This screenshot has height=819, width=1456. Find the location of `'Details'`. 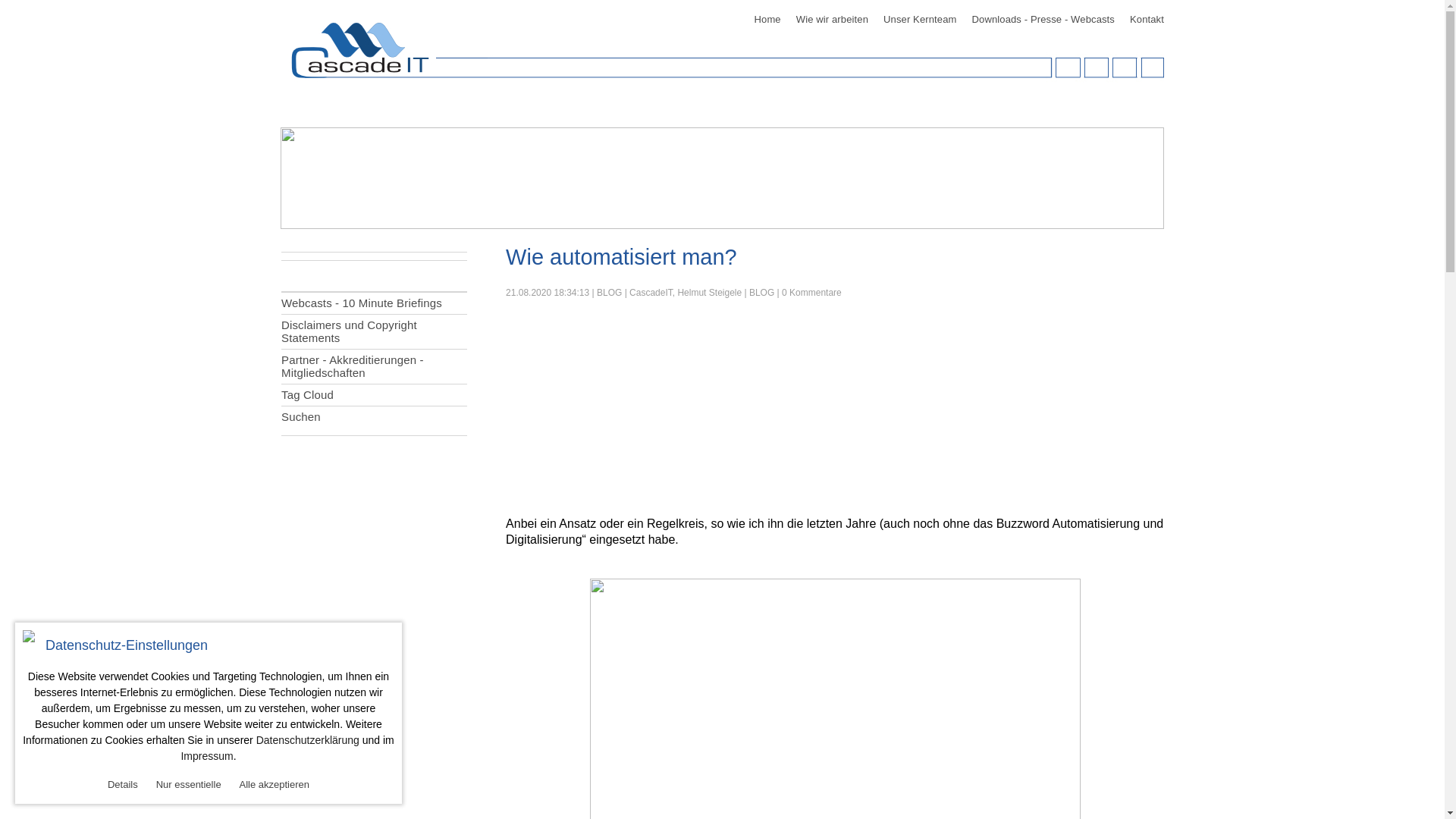

'Details' is located at coordinates (123, 783).